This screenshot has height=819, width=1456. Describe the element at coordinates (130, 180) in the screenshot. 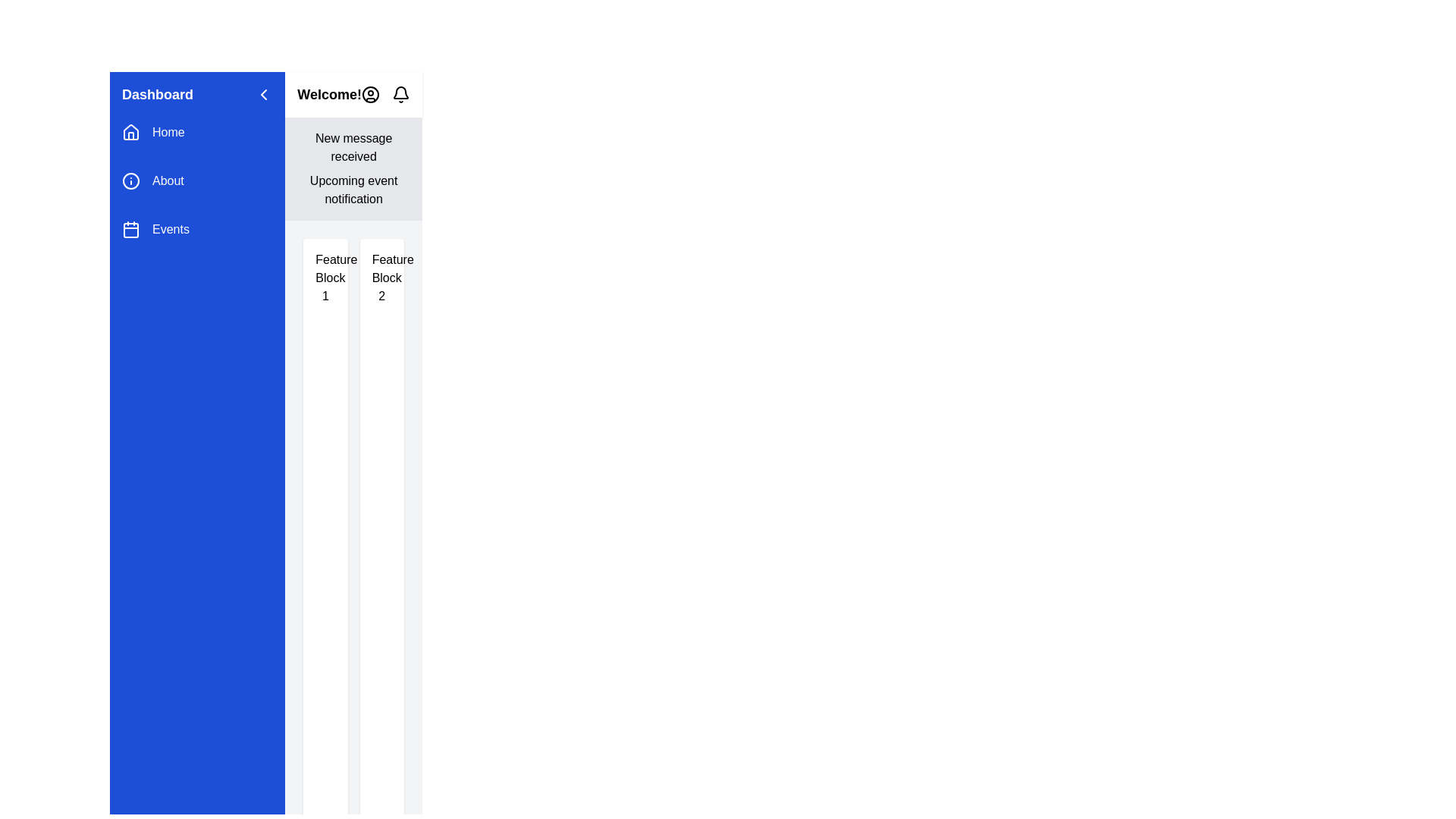

I see `the circular information icon with a blue fill and white stroke outline, located in the navigation menu to the left of the 'About' text` at that location.